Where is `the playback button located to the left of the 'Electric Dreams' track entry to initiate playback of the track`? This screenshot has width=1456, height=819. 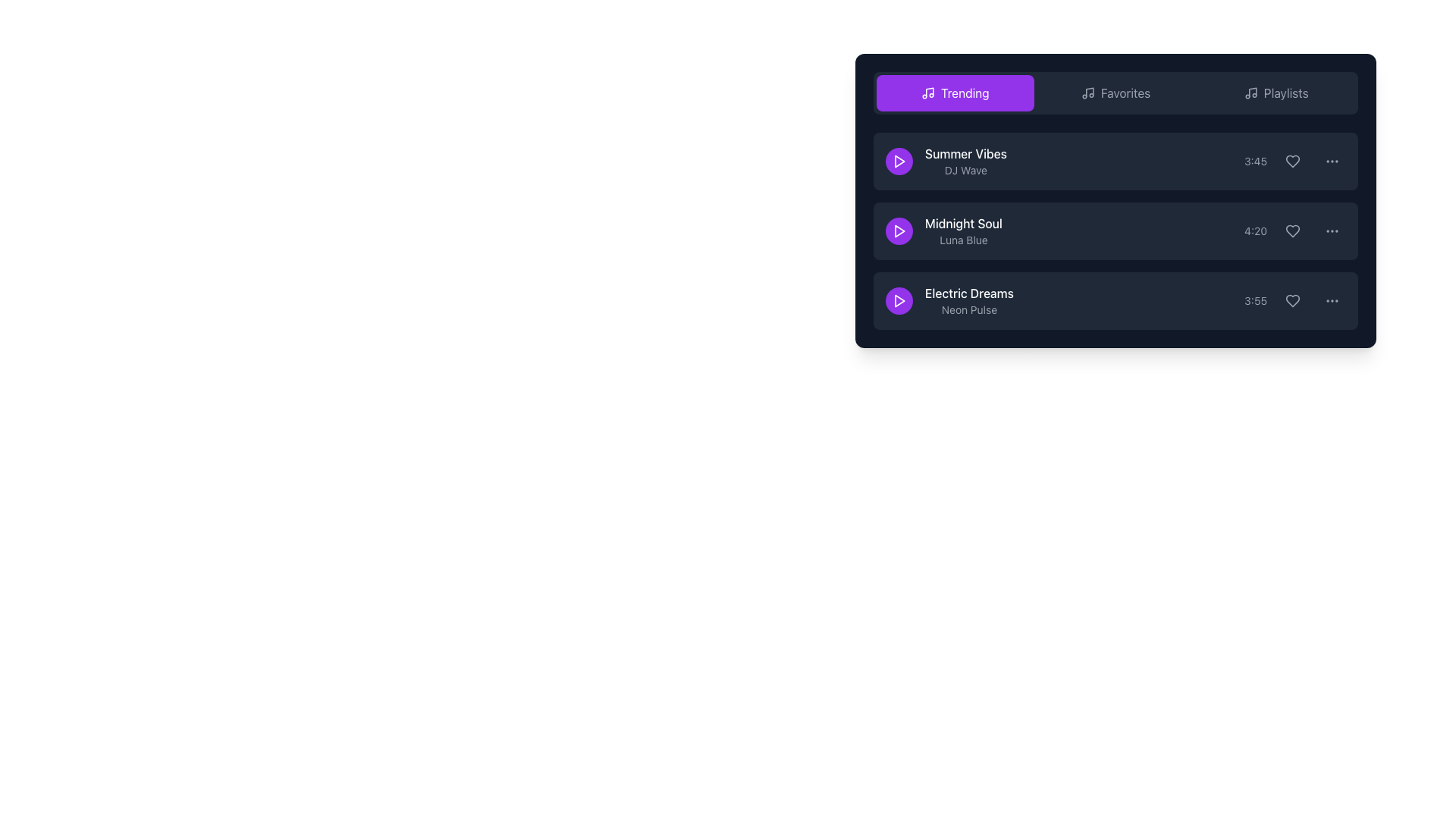 the playback button located to the left of the 'Electric Dreams' track entry to initiate playback of the track is located at coordinates (899, 301).